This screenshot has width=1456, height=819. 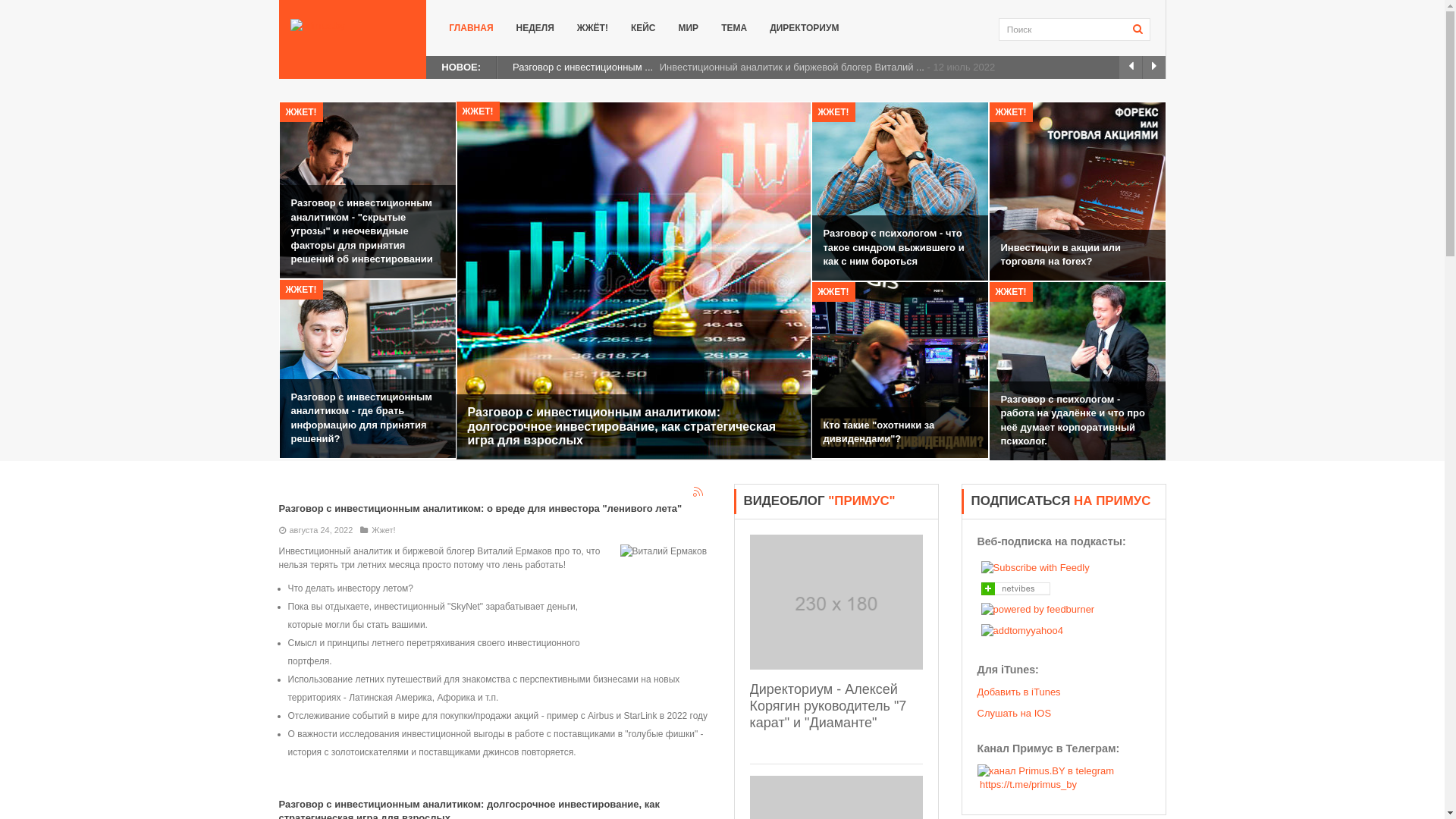 I want to click on 'primus.by', so click(x=351, y=26).